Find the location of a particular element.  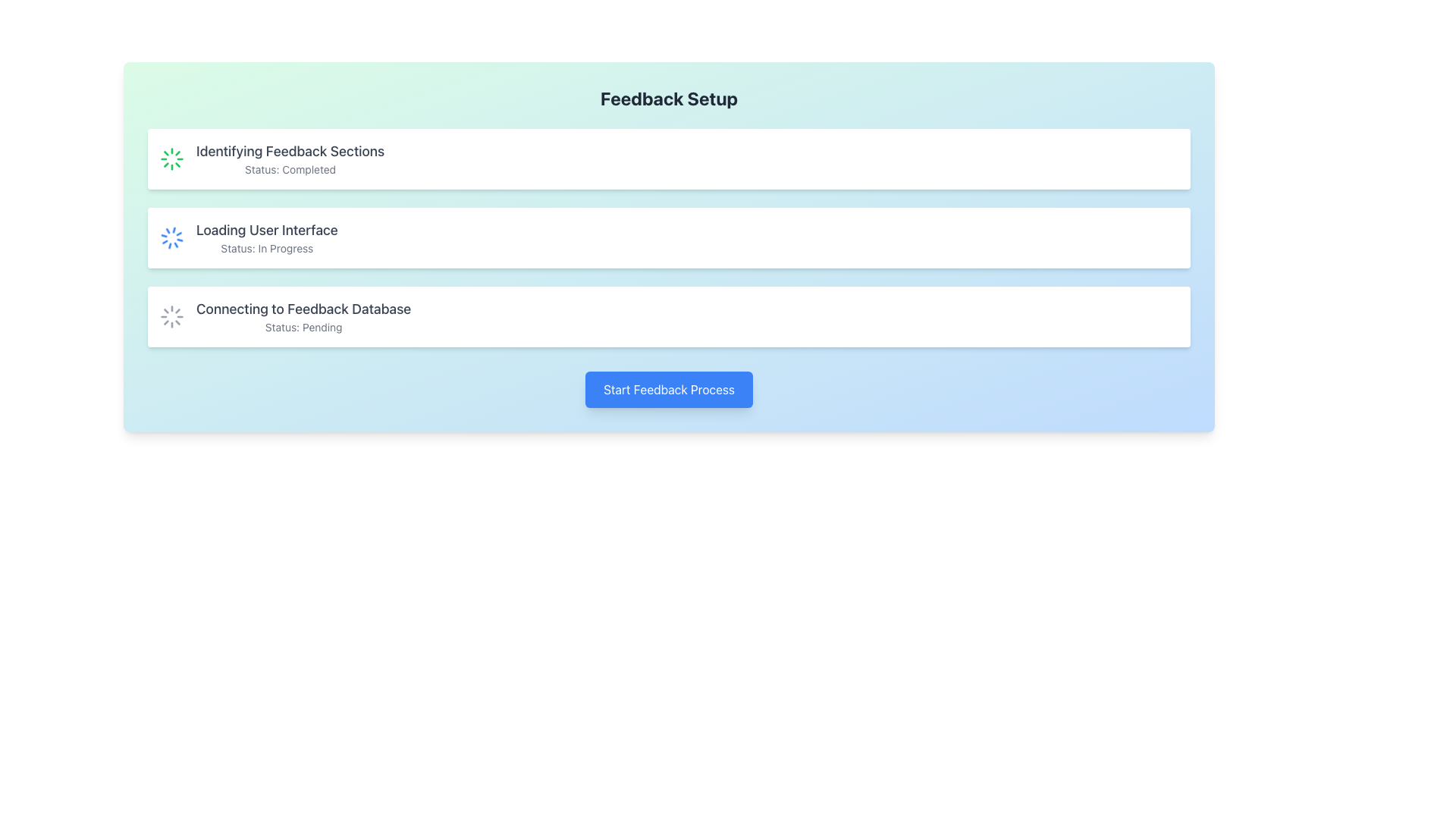

the multi-line informational text block displaying 'Connecting to Feedback Database' and 'Status: Pending', which is the third element in a vertical sequence of process steps is located at coordinates (303, 315).